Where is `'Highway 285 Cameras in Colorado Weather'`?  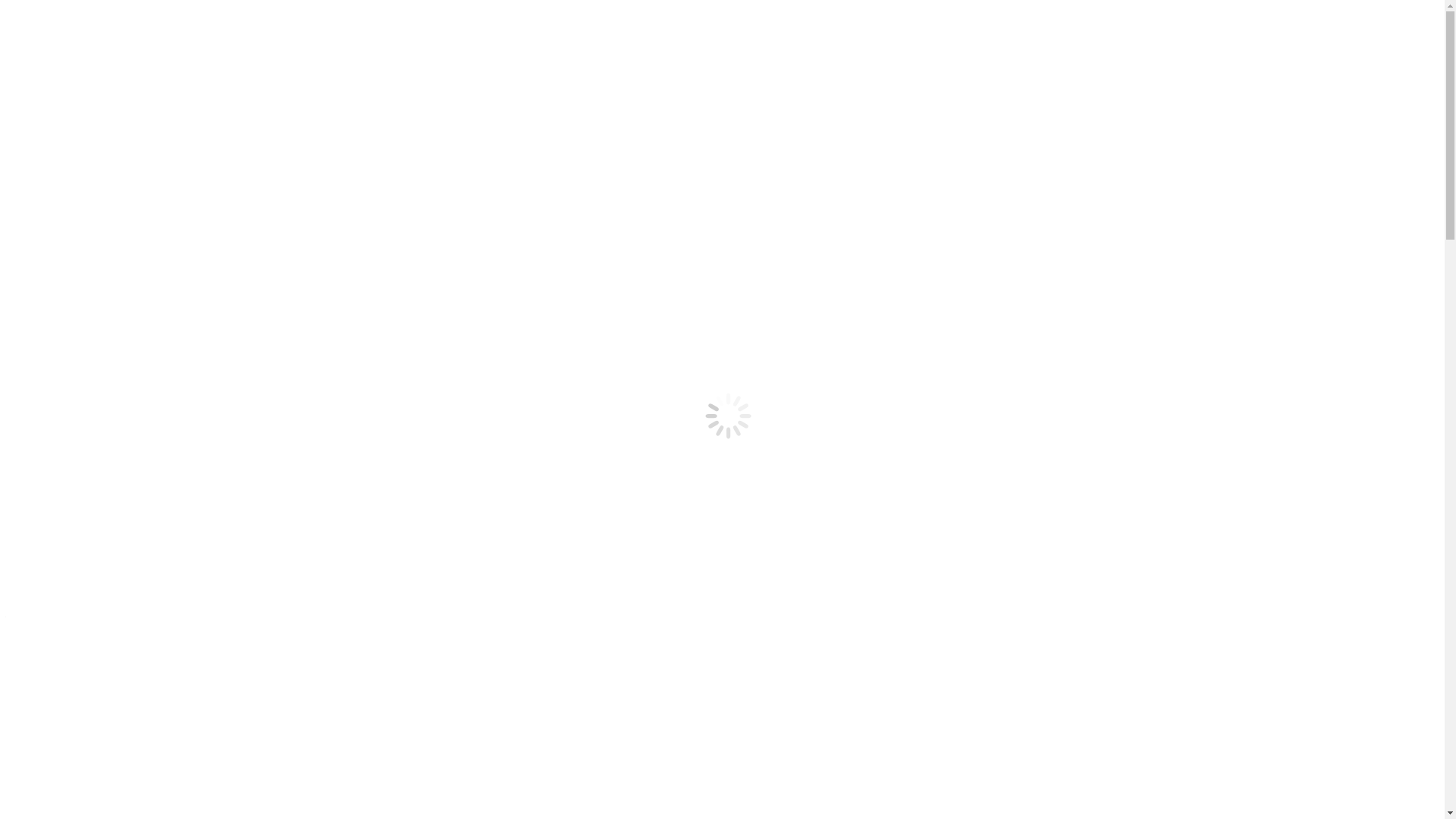
'Highway 285 Cameras in Colorado Weather' is located at coordinates (36, 245).